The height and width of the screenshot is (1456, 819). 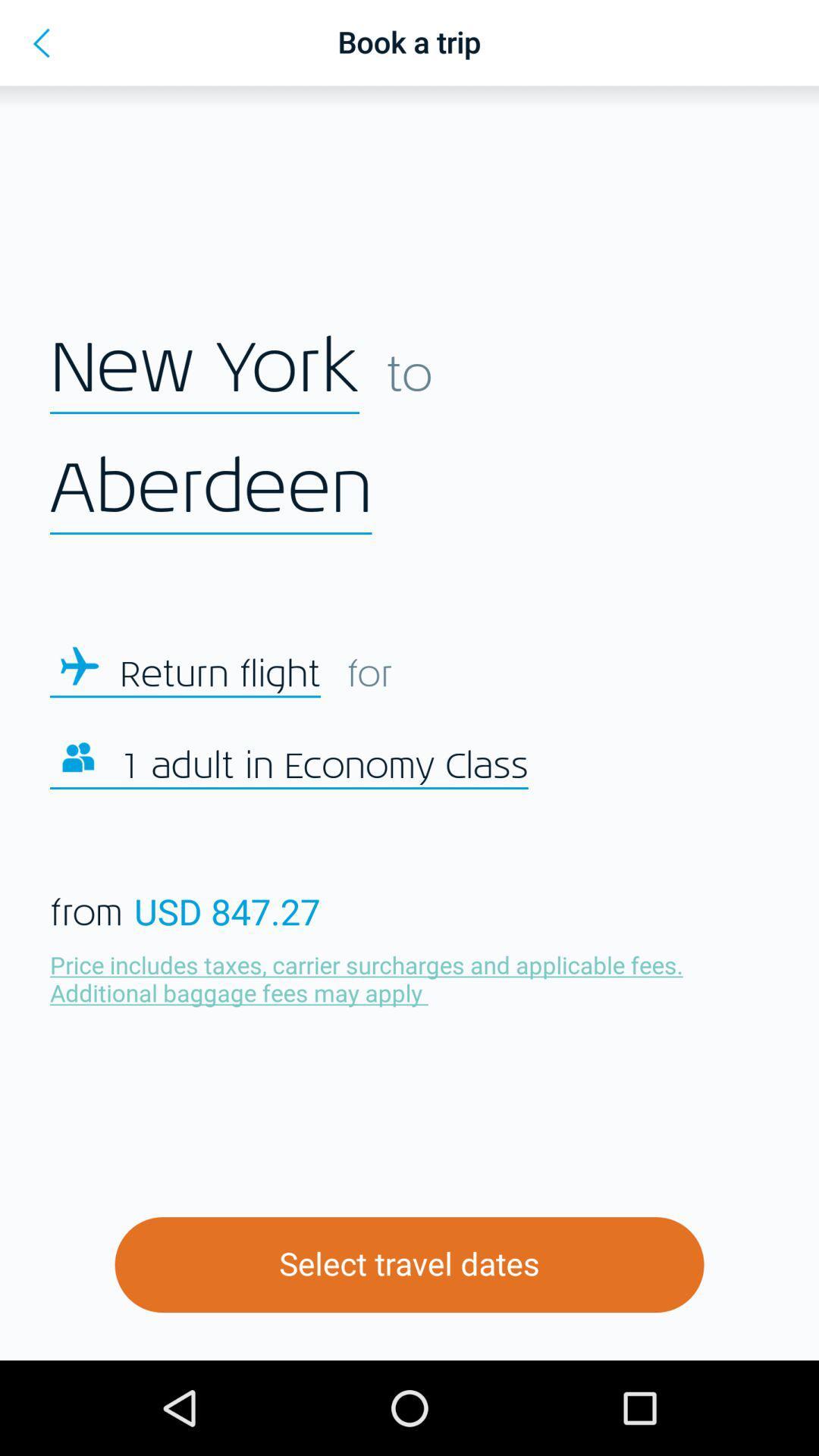 What do you see at coordinates (205, 369) in the screenshot?
I see `new york item` at bounding box center [205, 369].